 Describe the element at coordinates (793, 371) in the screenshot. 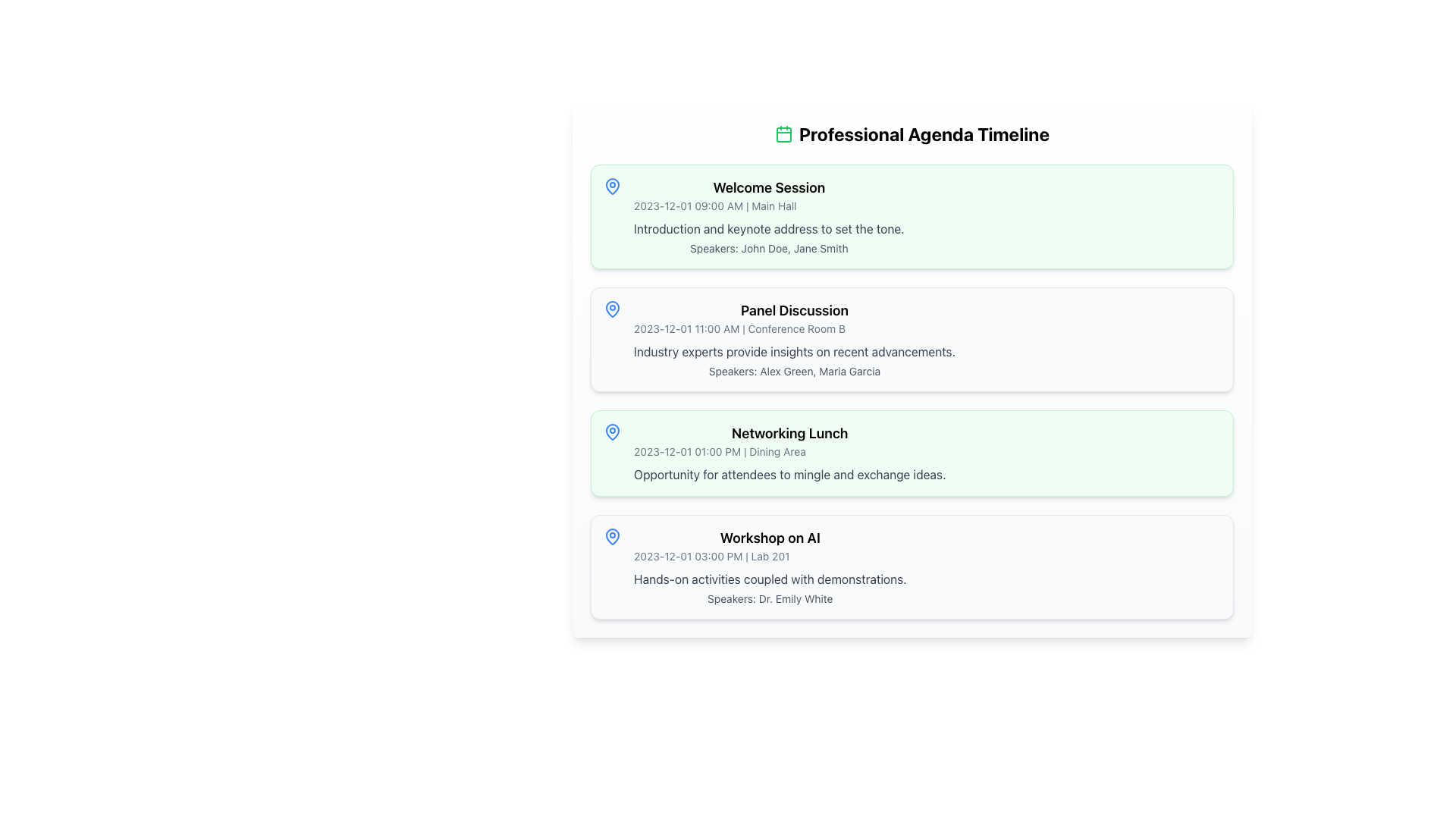

I see `the text 'Speakers: Alex Green, Maria Garcia' located at the bottom of the 'Panel Discussion' block for copying` at that location.